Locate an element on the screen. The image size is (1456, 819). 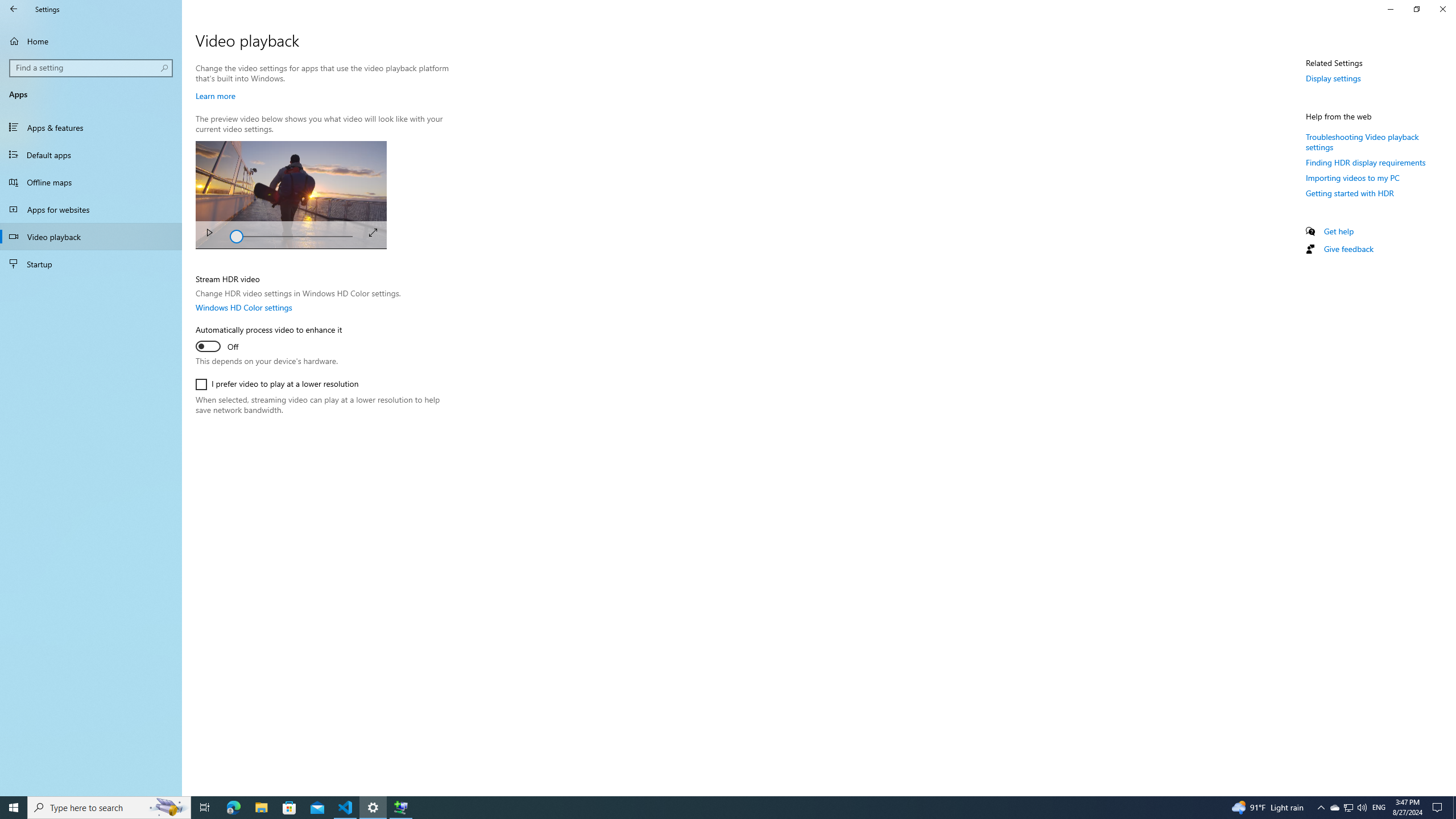
'Extensible Wizards Host Process - 1 running window' is located at coordinates (401, 806).